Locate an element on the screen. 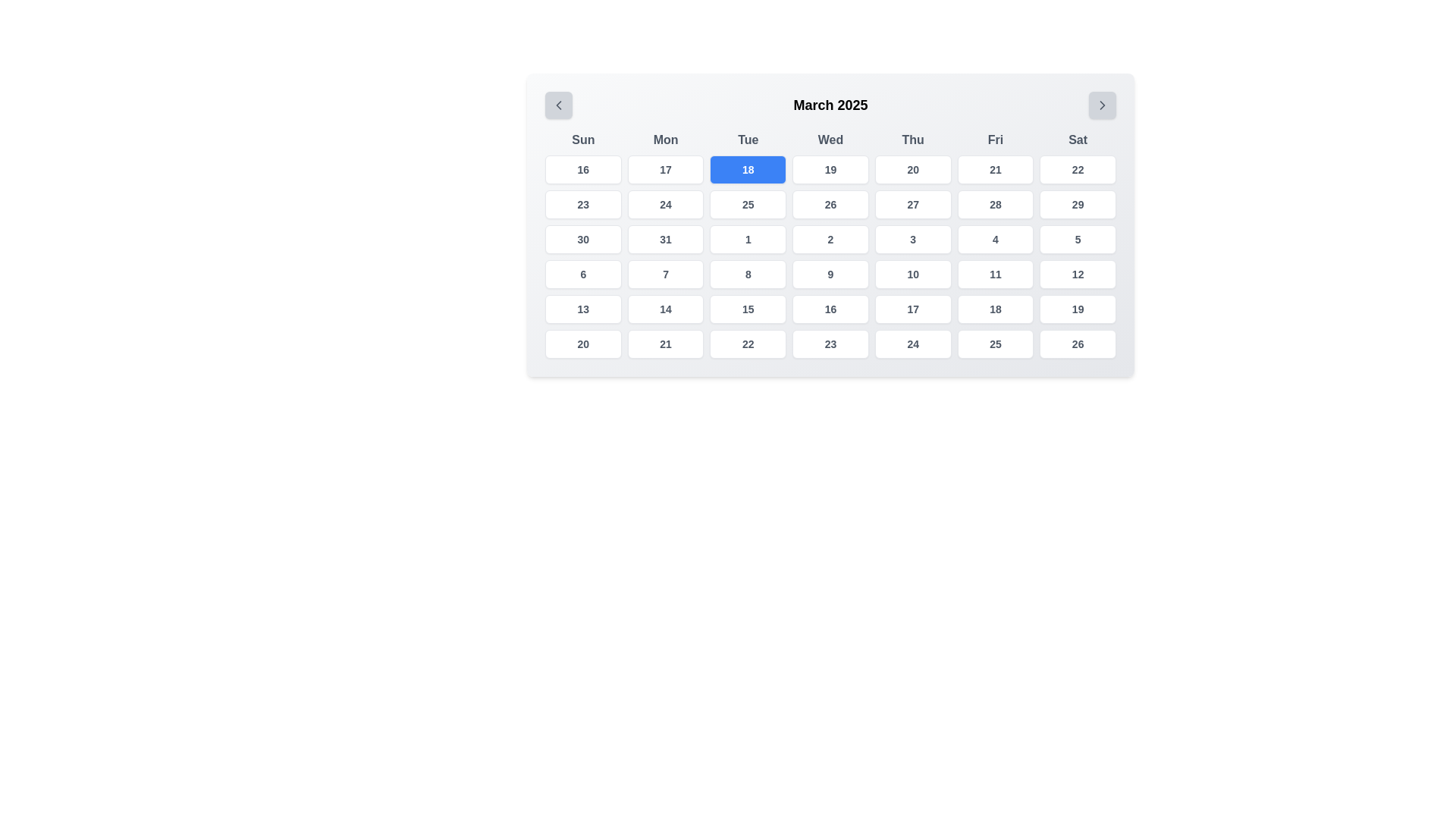 This screenshot has height=819, width=1456. the backward navigation icon located in the top-left of the calendar interface is located at coordinates (558, 104).